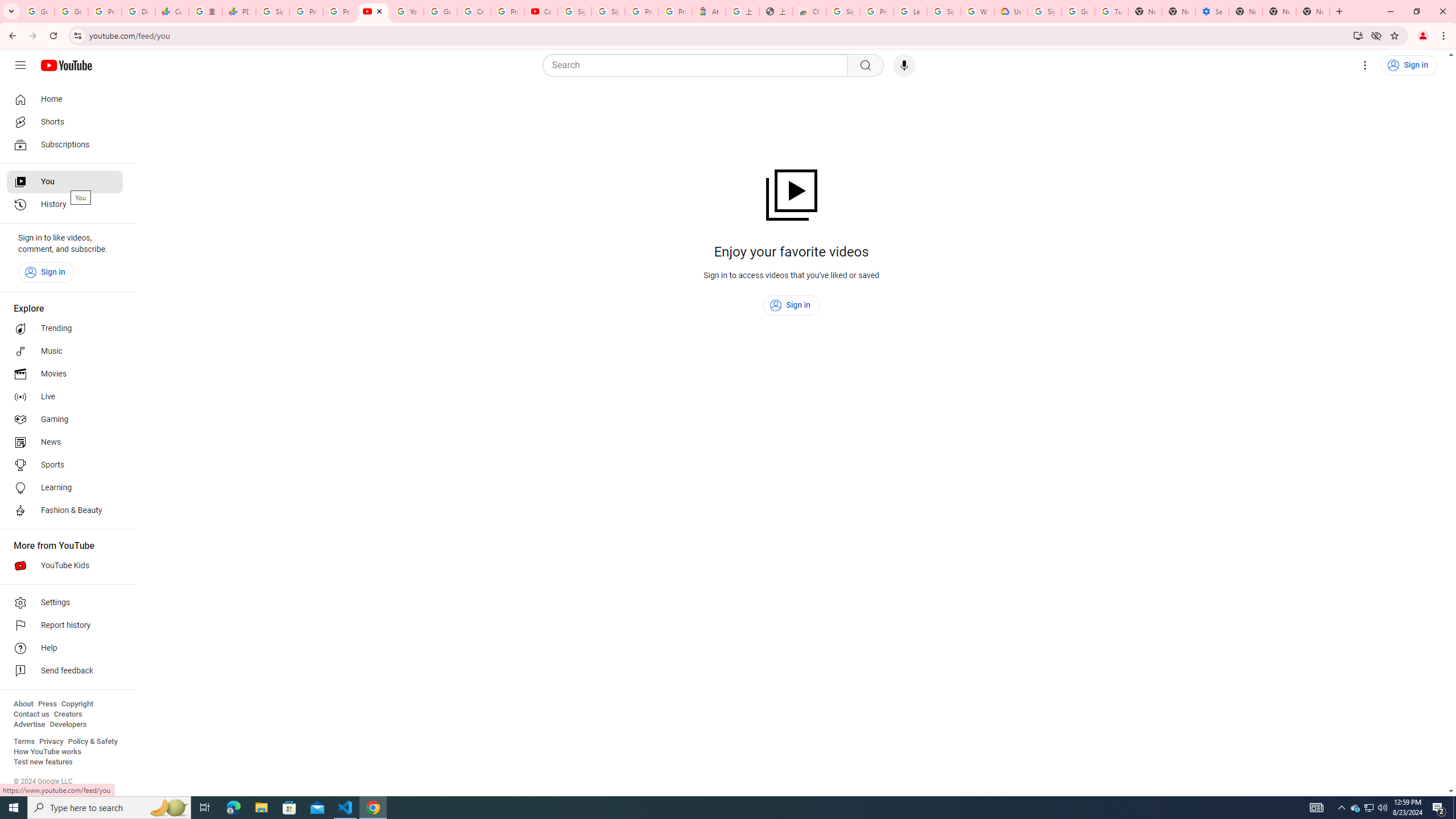 The height and width of the screenshot is (819, 1456). I want to click on 'YouTube Kids', so click(64, 566).